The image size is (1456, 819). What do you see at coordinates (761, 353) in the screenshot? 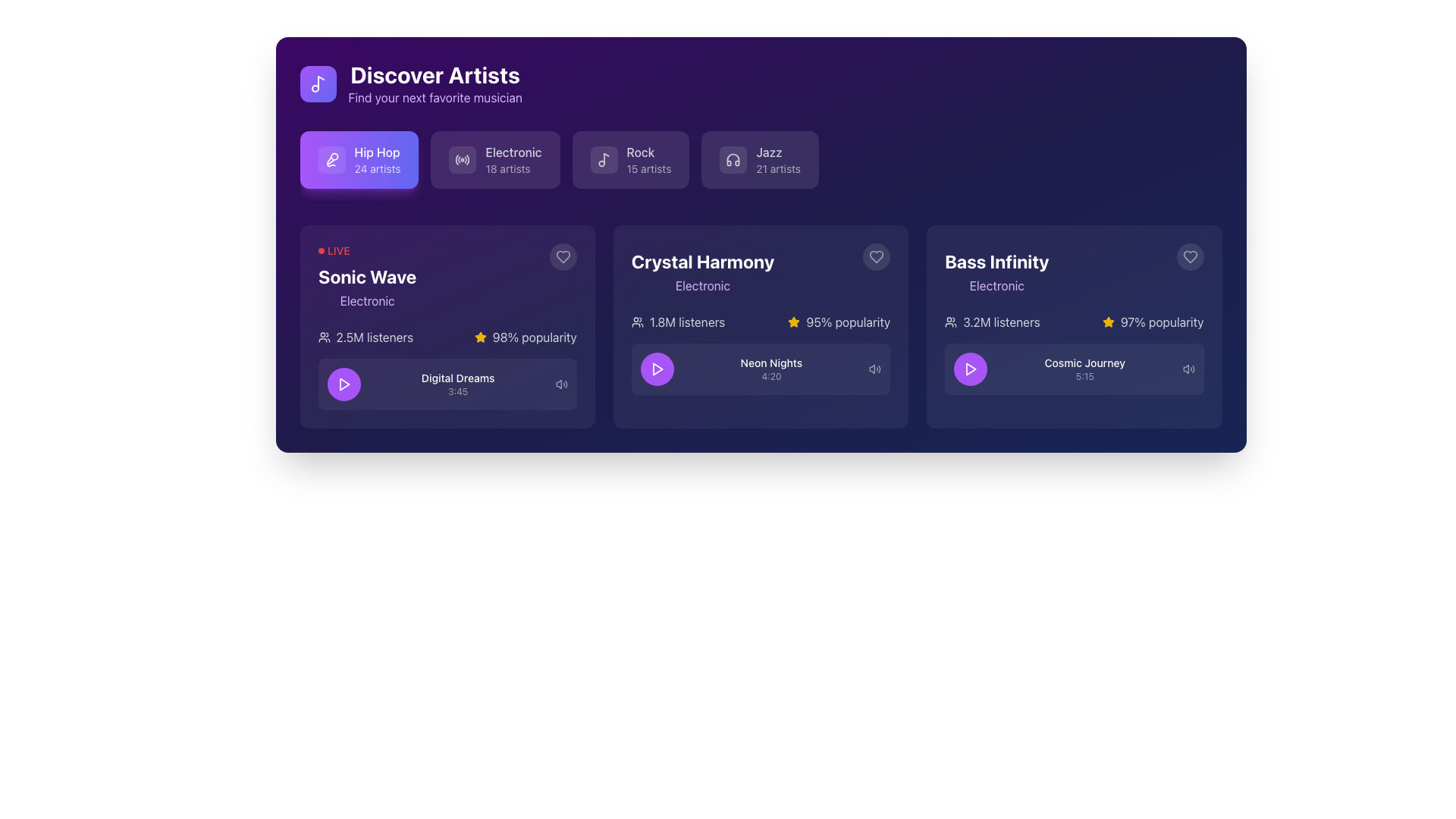
I see `the interactive card representing a music track in the 'Crystal Harmony' section for more details` at bounding box center [761, 353].